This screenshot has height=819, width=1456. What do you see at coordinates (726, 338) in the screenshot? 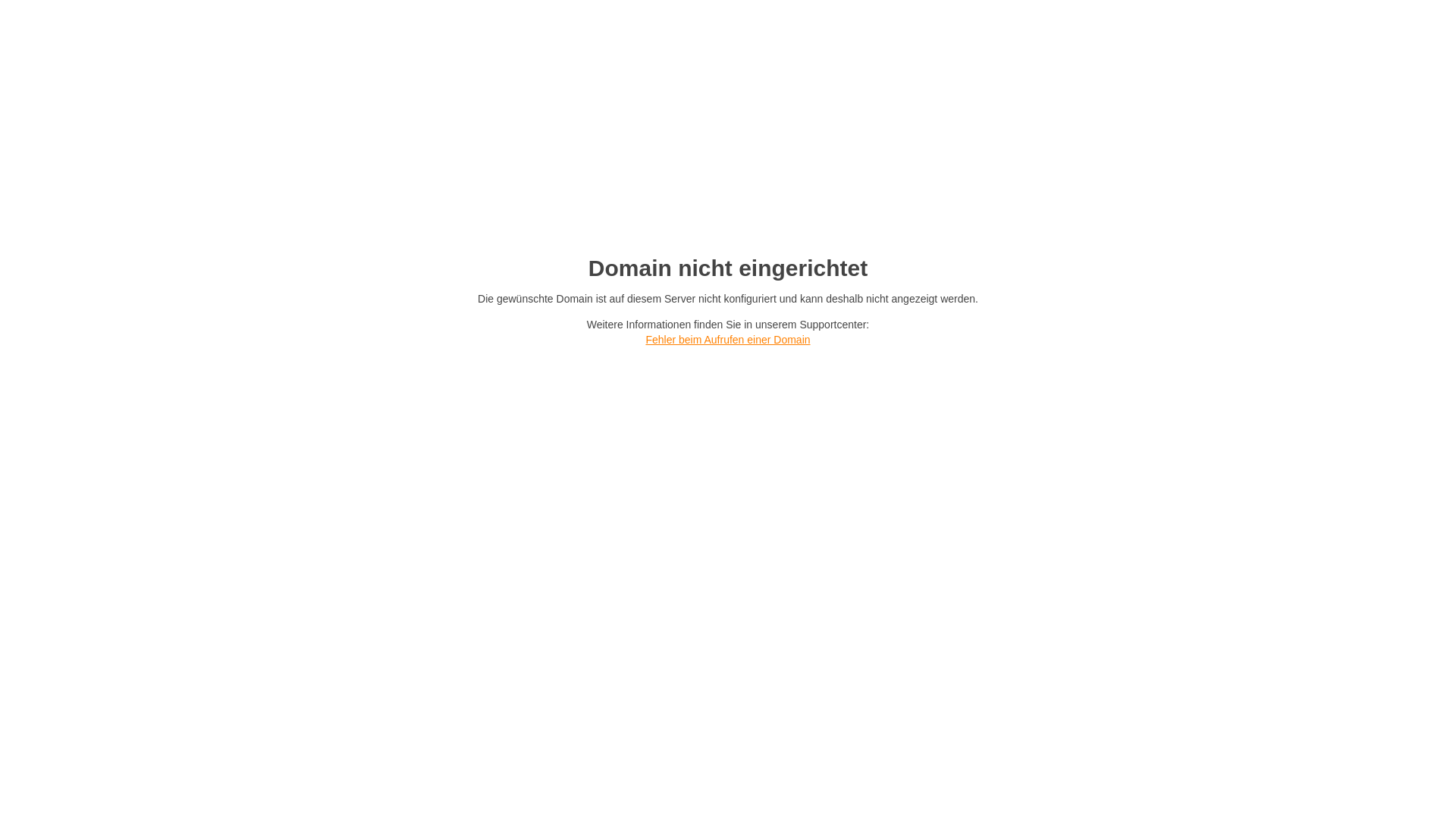
I see `'Fehler beim Aufrufen einer Domain'` at bounding box center [726, 338].